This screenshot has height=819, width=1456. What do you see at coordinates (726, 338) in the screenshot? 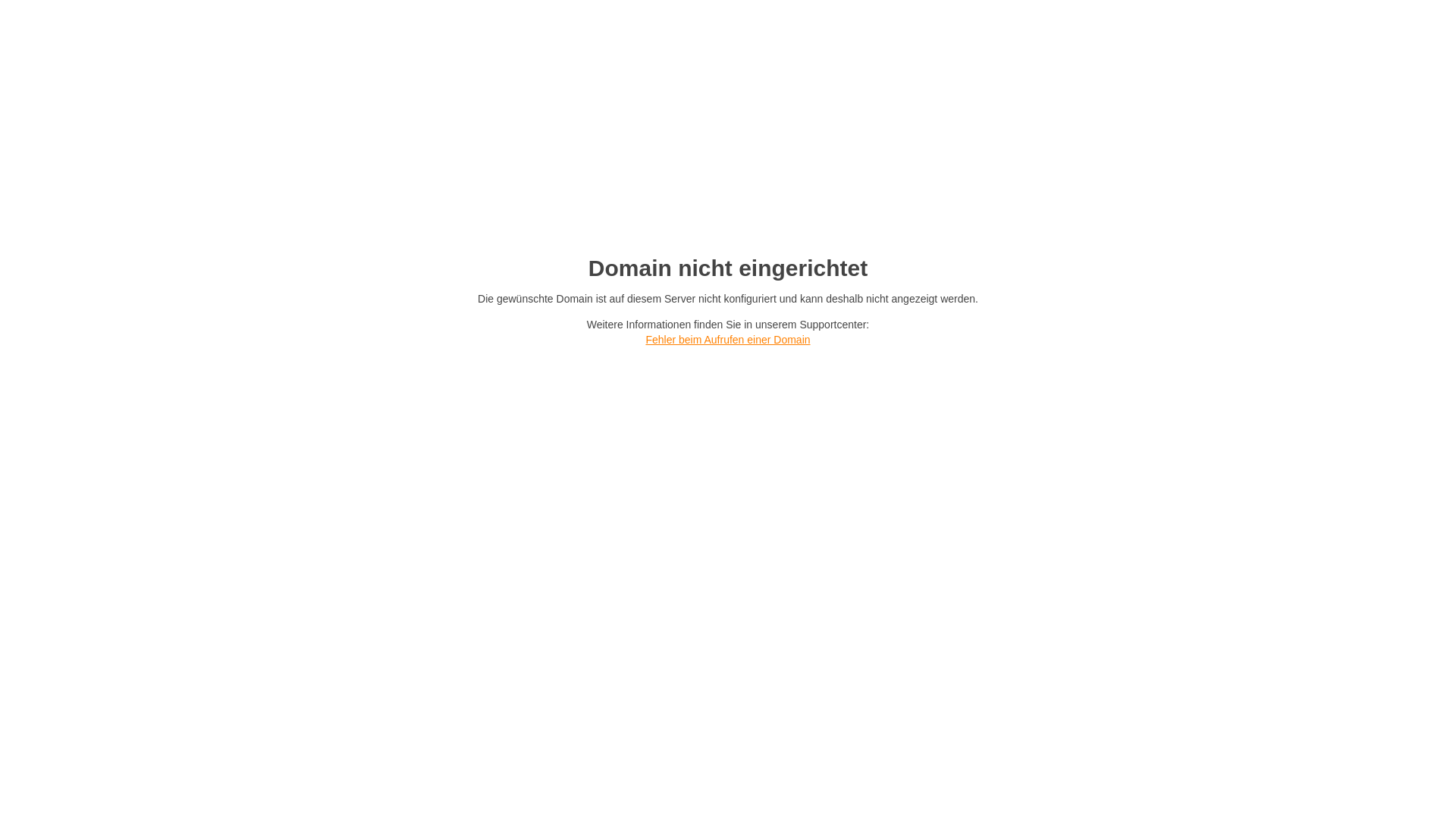
I see `'Fehler beim Aufrufen einer Domain'` at bounding box center [726, 338].